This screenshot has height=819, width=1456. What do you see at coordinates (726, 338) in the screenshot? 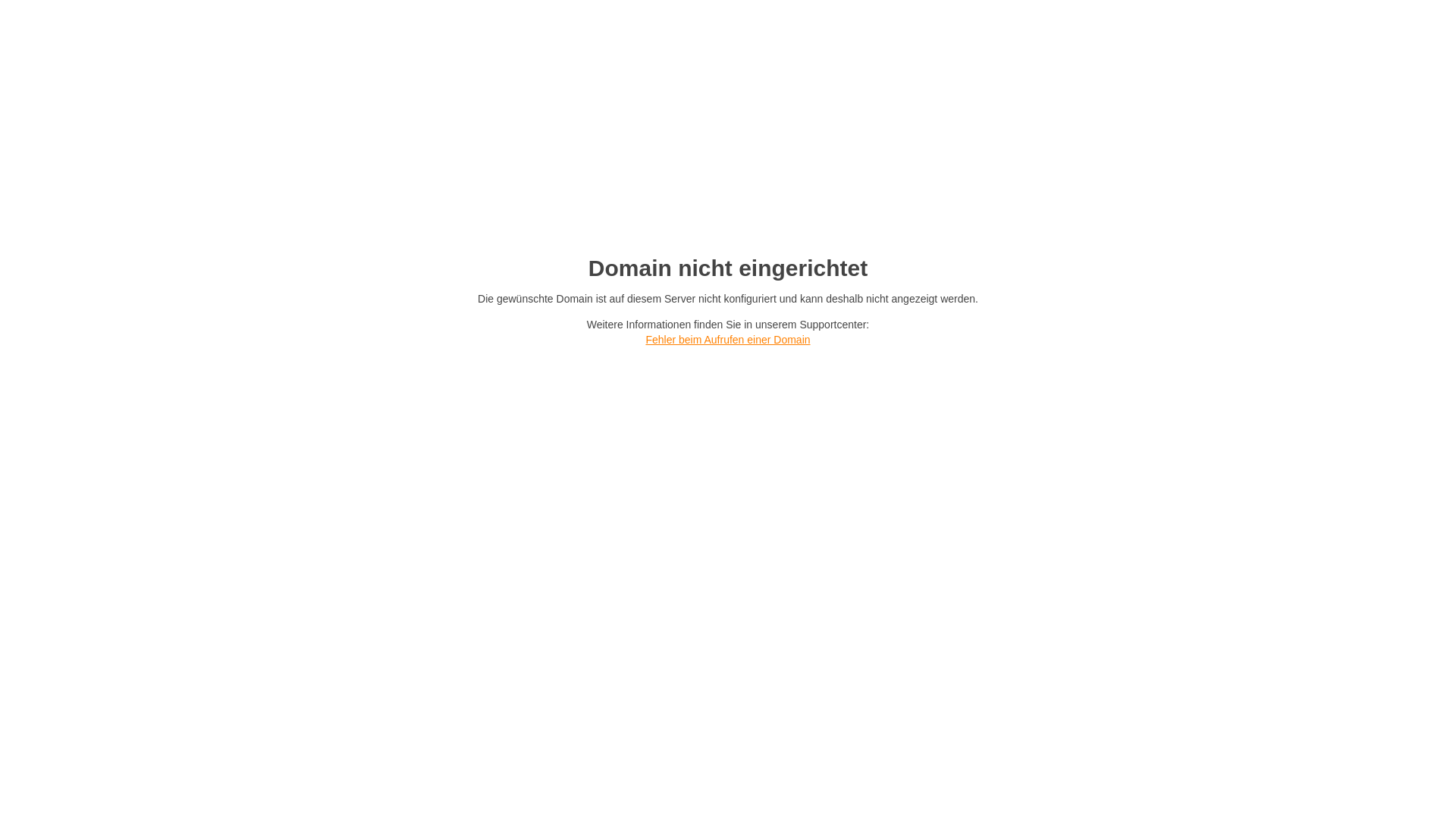
I see `'Fehler beim Aufrufen einer Domain'` at bounding box center [726, 338].